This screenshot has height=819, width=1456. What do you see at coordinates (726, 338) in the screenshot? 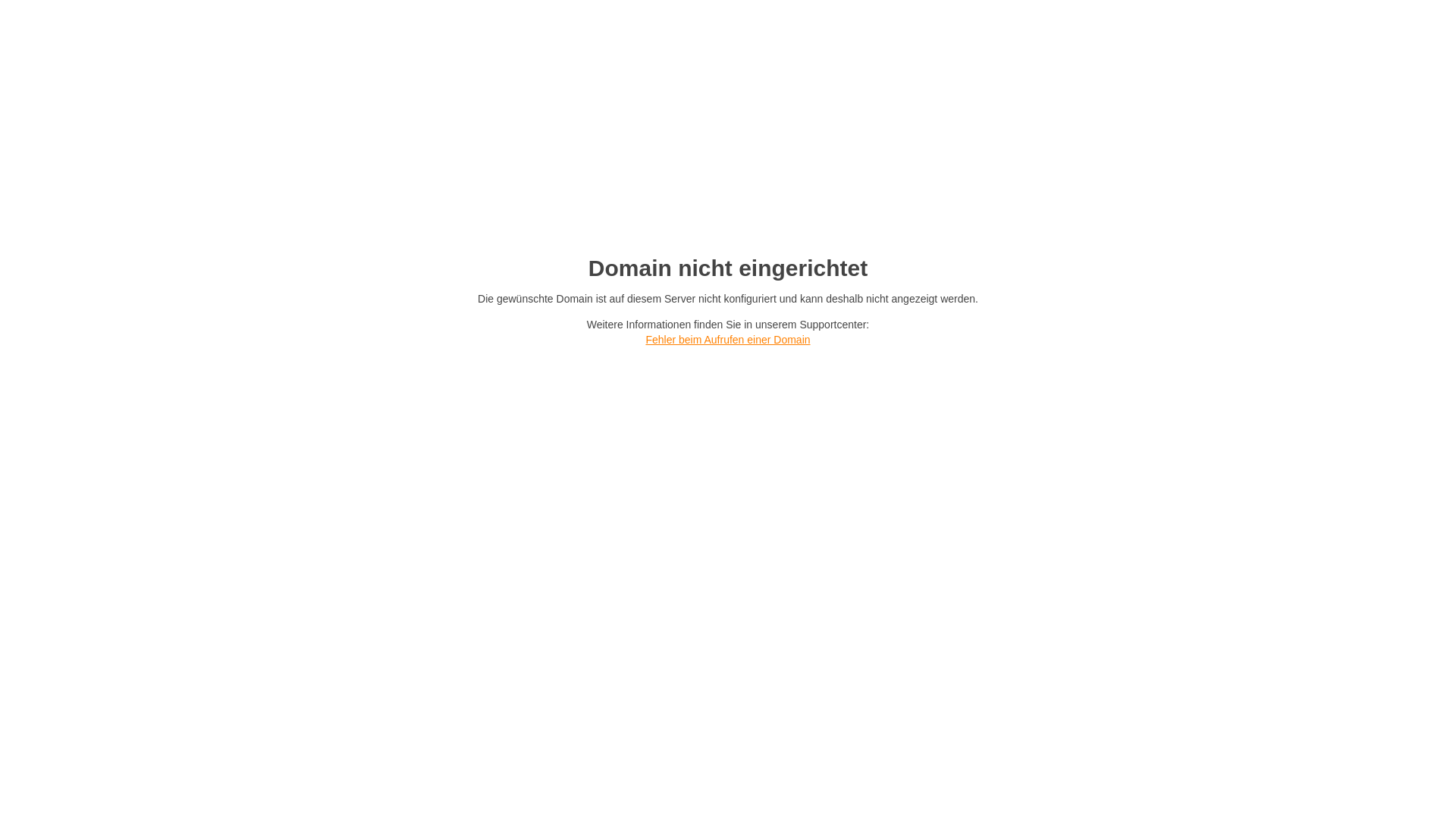
I see `'Fehler beim Aufrufen einer Domain'` at bounding box center [726, 338].